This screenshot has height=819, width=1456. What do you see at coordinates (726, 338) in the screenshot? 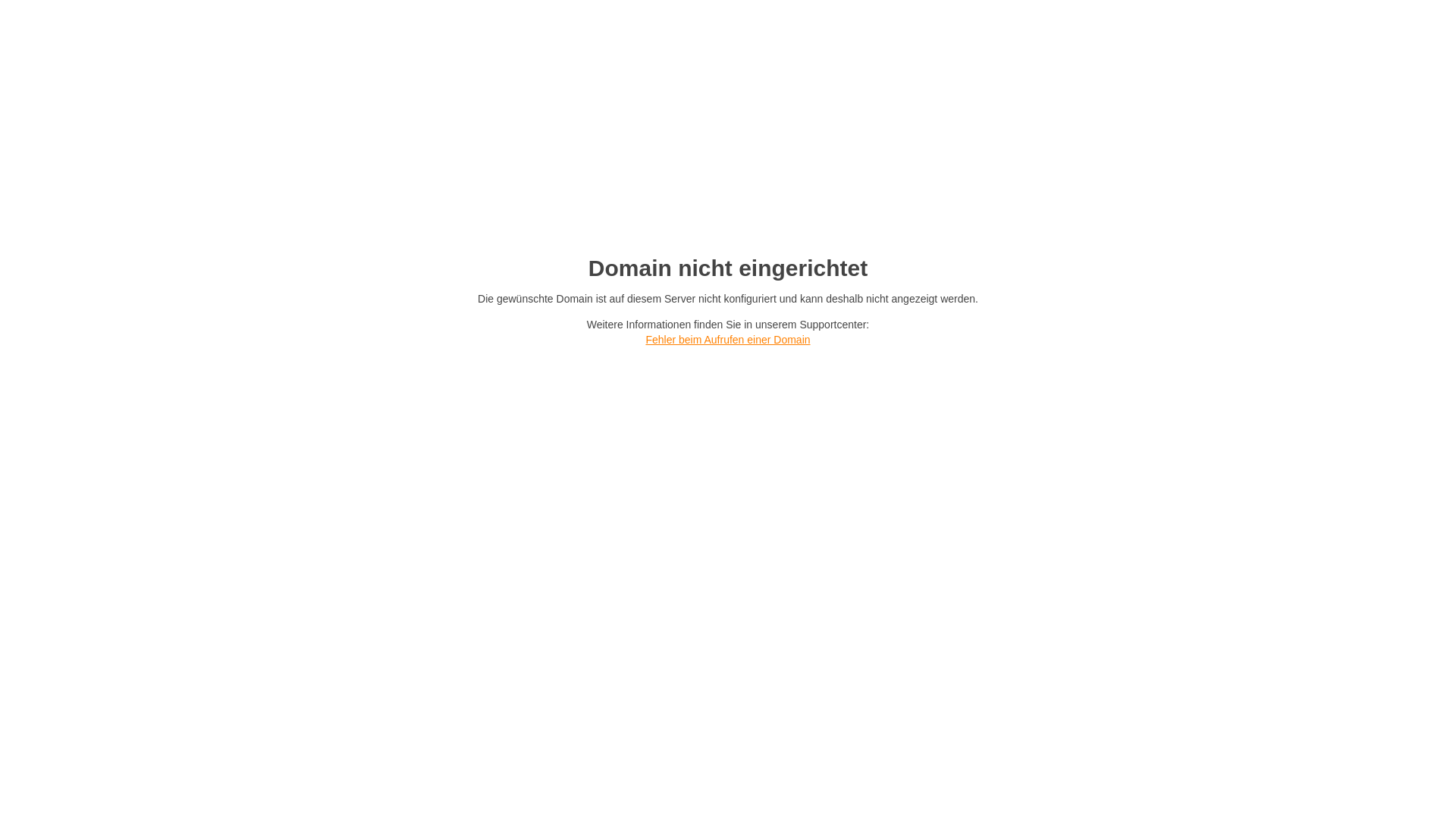
I see `'Fehler beim Aufrufen einer Domain'` at bounding box center [726, 338].